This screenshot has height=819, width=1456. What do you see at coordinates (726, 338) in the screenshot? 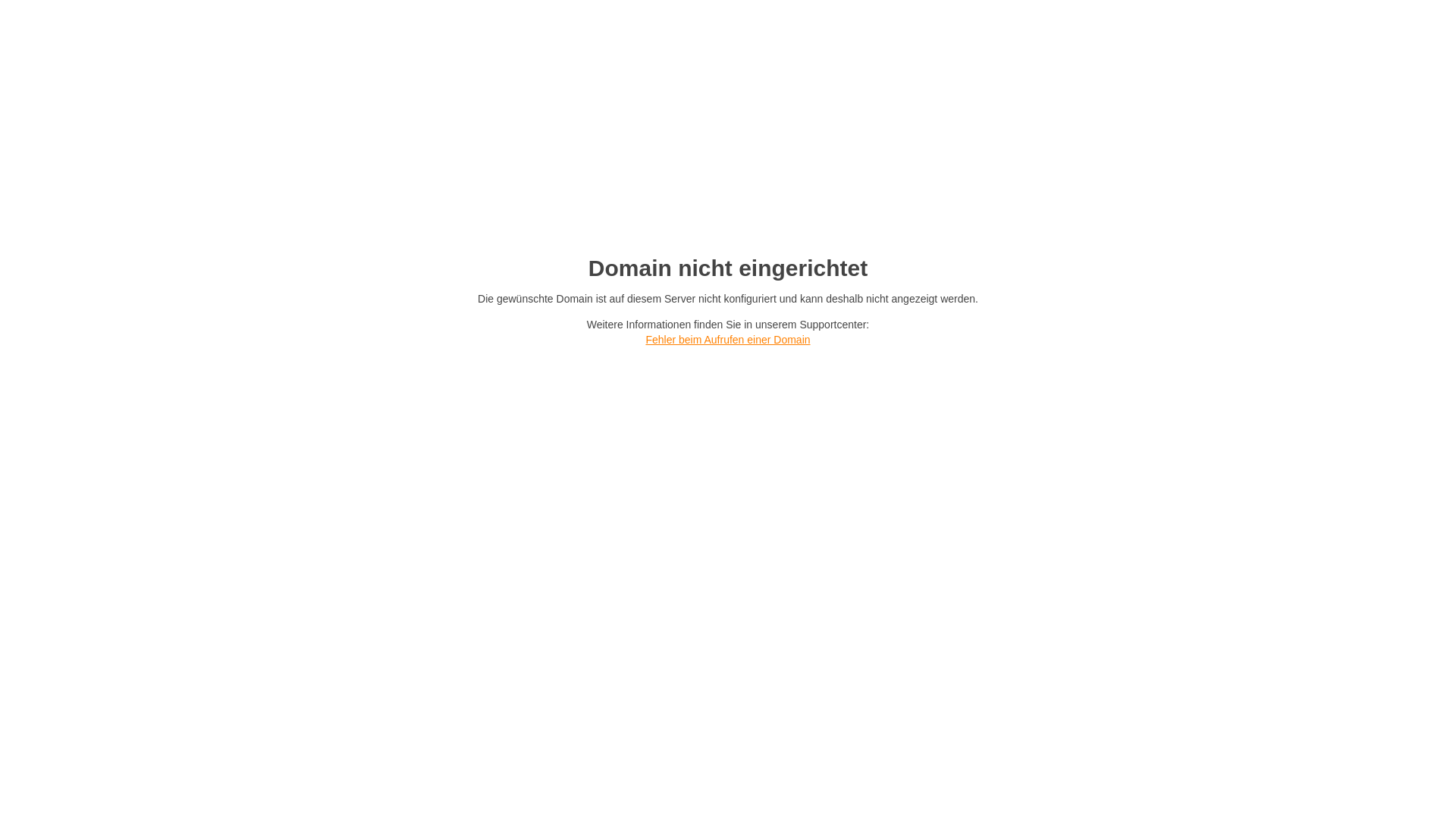
I see `'Fehler beim Aufrufen einer Domain'` at bounding box center [726, 338].